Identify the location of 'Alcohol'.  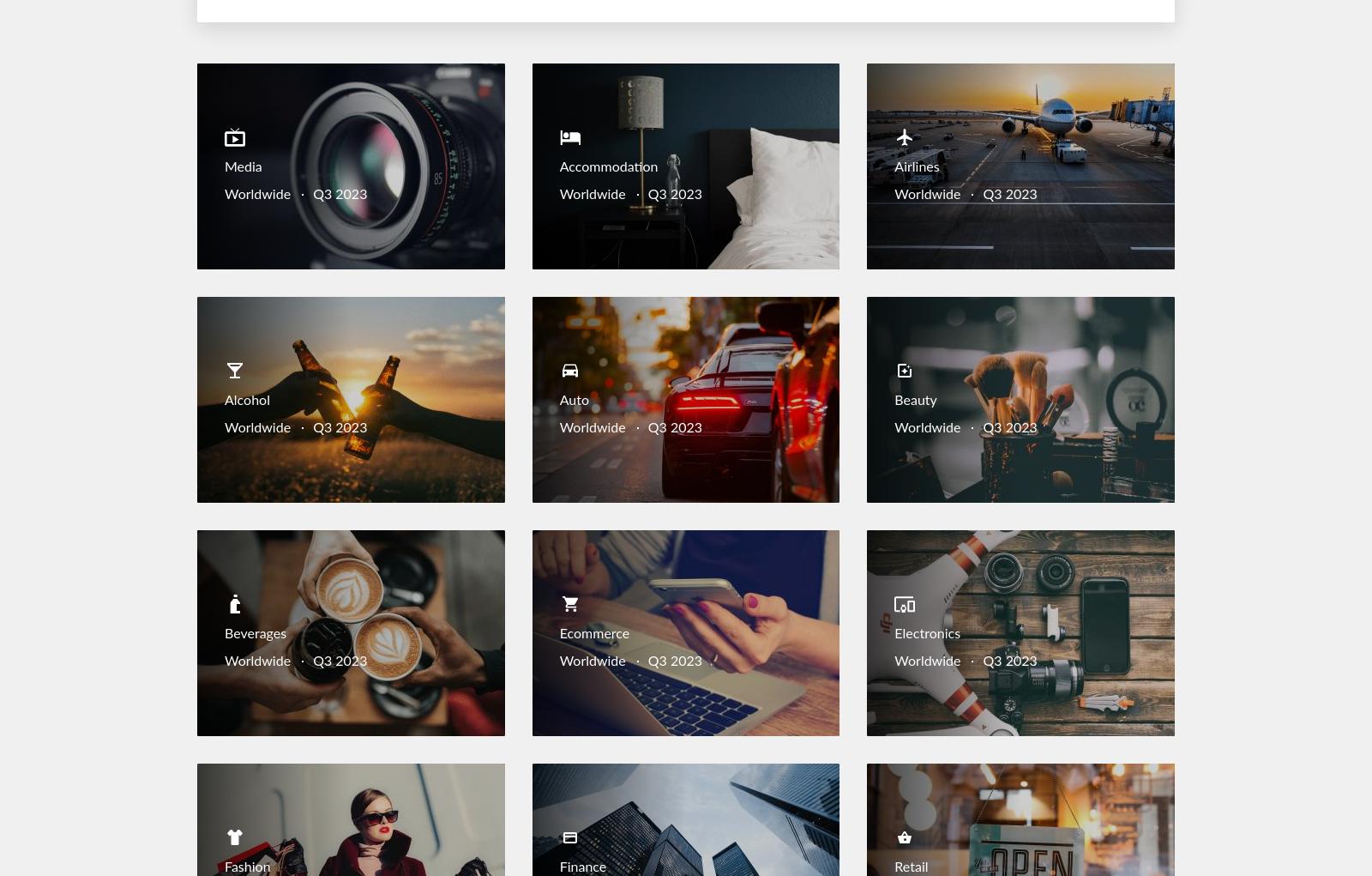
(225, 401).